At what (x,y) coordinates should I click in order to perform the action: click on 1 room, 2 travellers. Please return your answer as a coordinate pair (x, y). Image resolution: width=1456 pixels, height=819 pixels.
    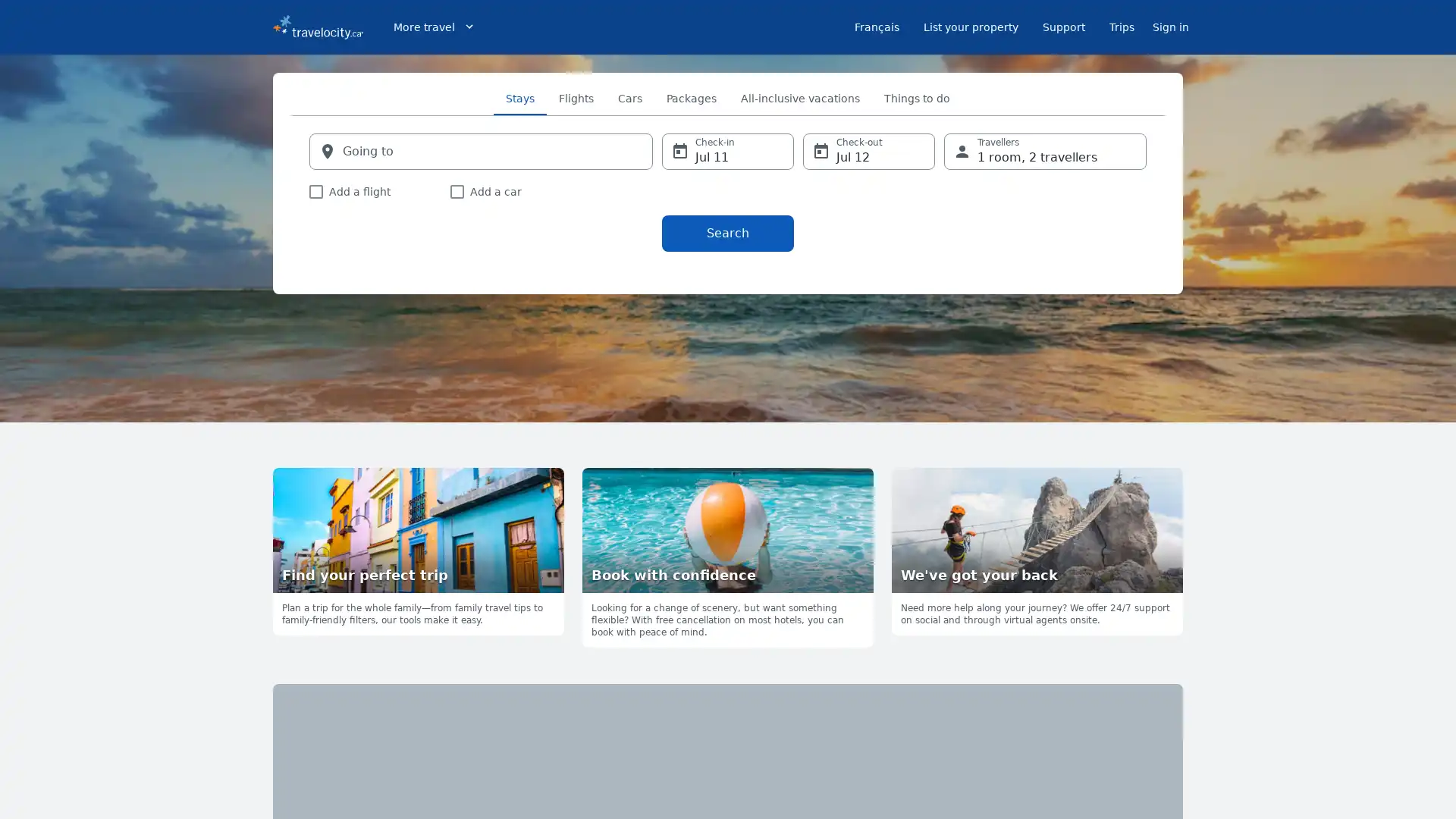
    Looking at the image, I should click on (1044, 152).